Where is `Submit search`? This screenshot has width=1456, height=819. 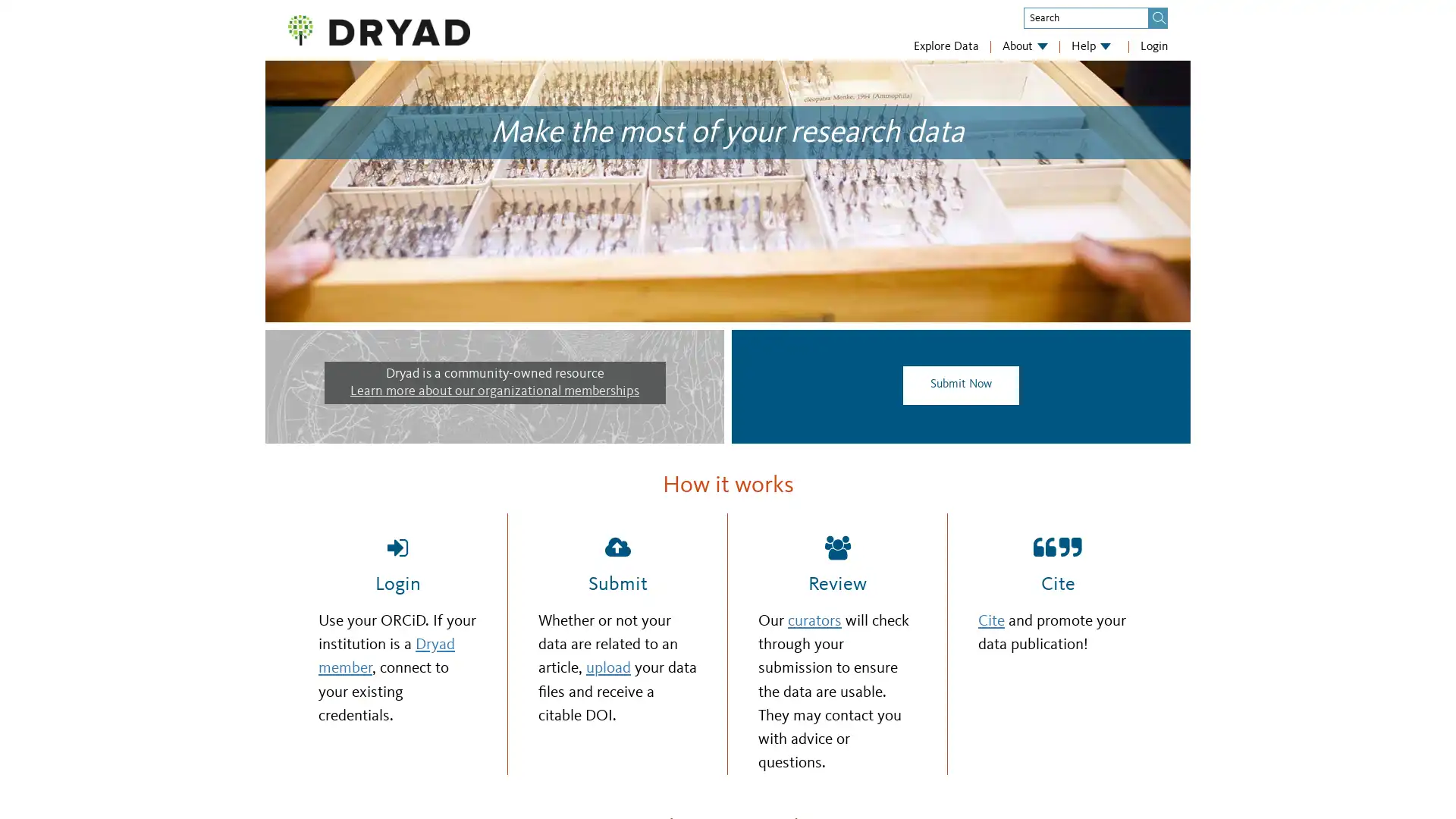
Submit search is located at coordinates (1158, 17).